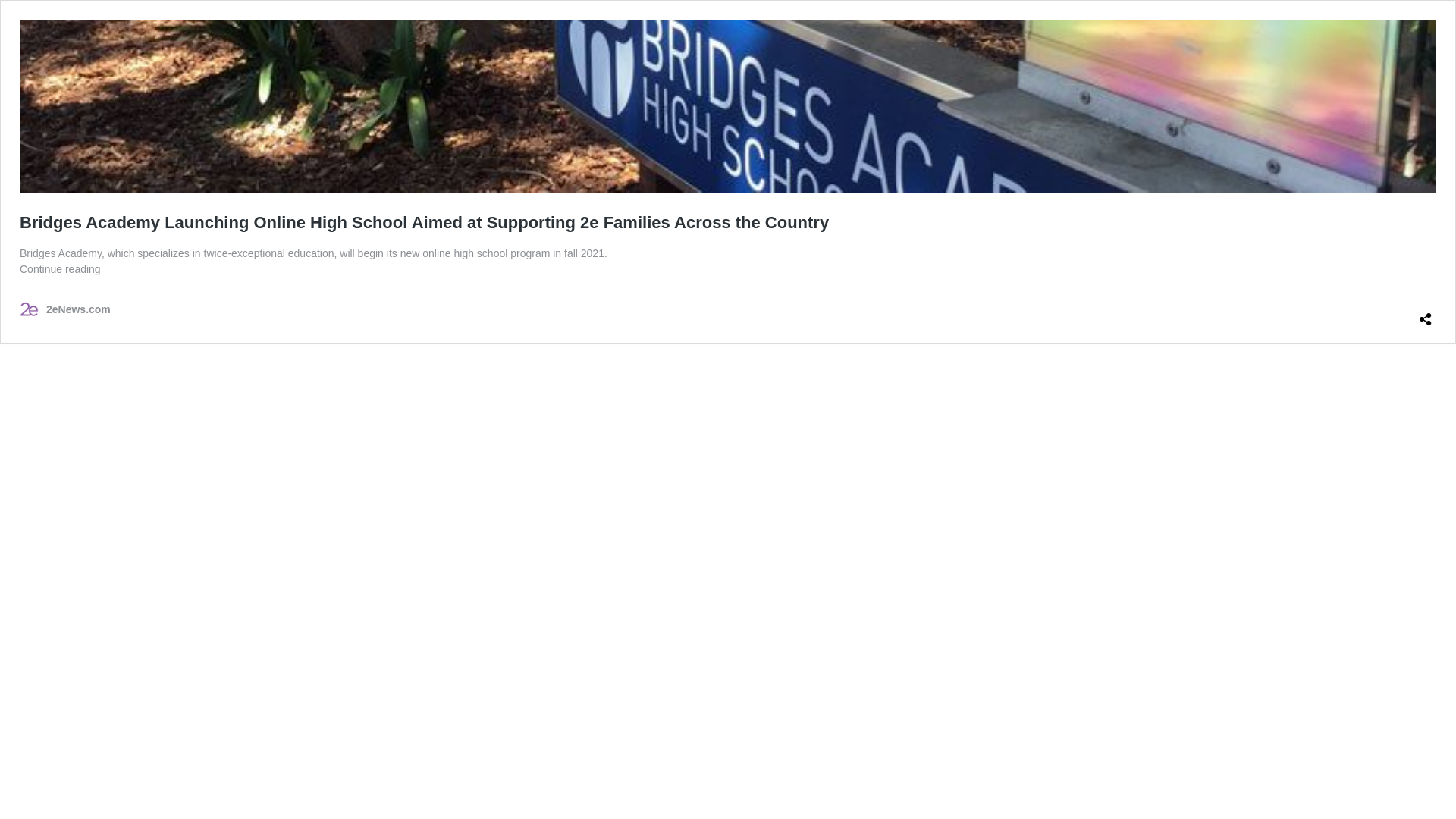 This screenshot has width=1456, height=819. Describe the element at coordinates (64, 309) in the screenshot. I see `'2eNews.com'` at that location.